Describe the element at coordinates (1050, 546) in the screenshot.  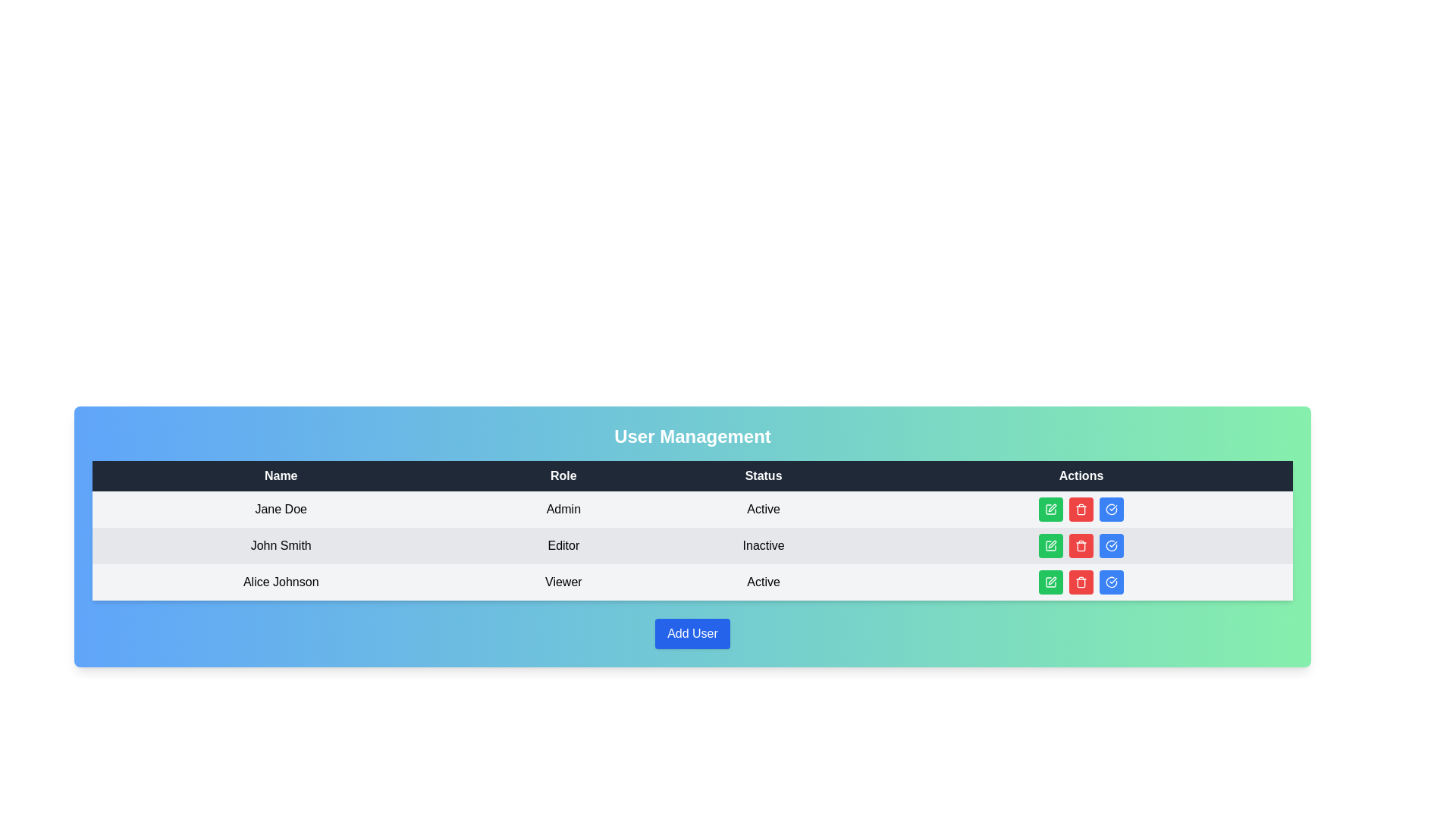
I see `the 'Edit' button for user 'John Smith' in the Actions column of the user management table` at that location.